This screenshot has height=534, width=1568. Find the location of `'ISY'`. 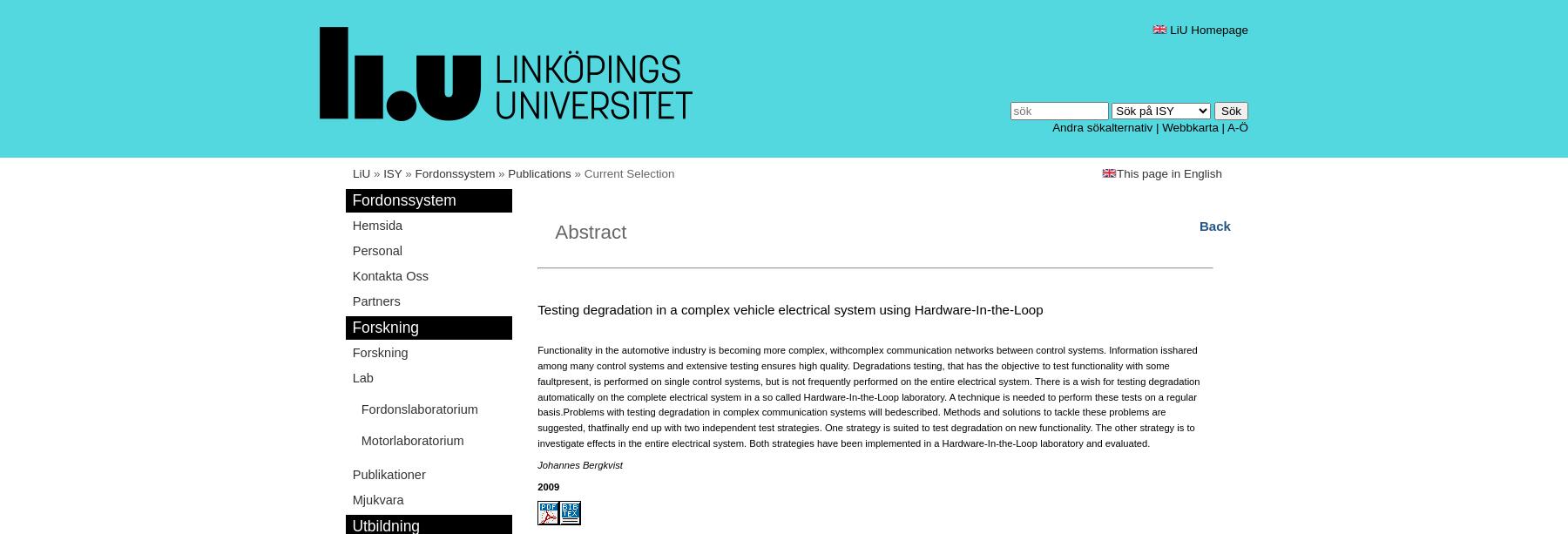

'ISY' is located at coordinates (382, 172).